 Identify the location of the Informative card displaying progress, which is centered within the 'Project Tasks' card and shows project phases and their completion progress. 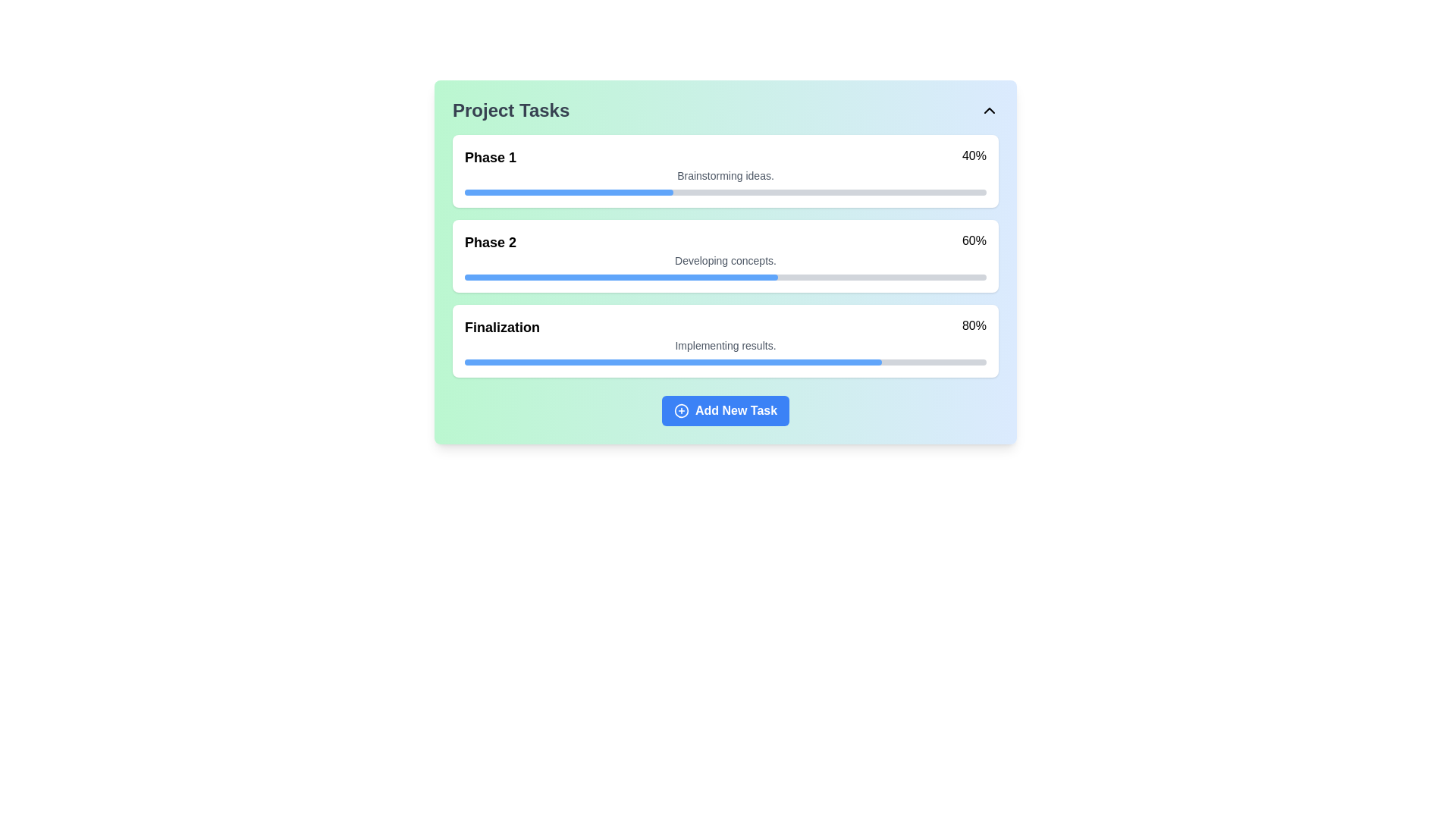
(724, 256).